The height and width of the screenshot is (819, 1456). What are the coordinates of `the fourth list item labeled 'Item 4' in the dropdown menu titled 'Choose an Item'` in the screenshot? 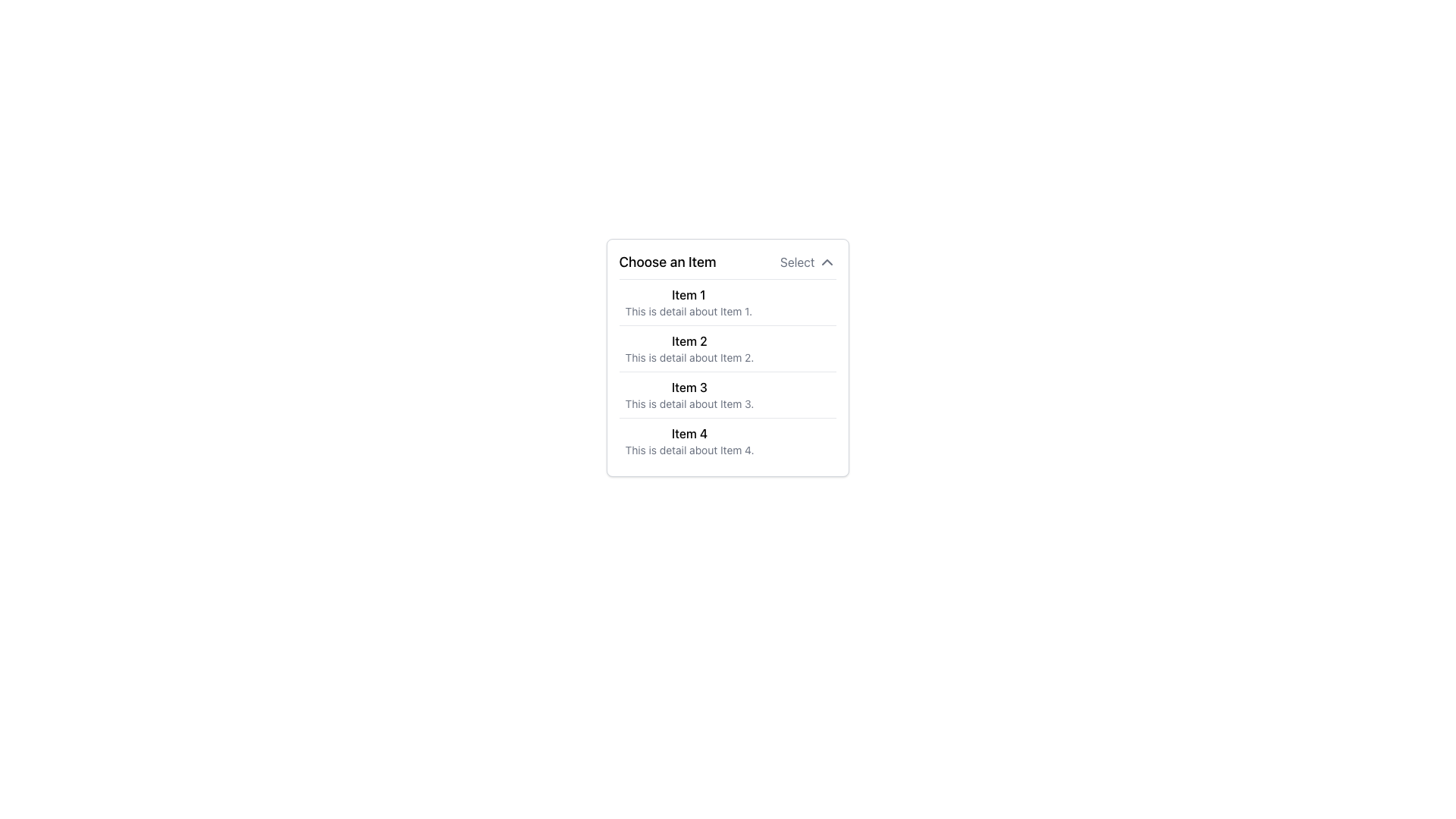 It's located at (726, 441).